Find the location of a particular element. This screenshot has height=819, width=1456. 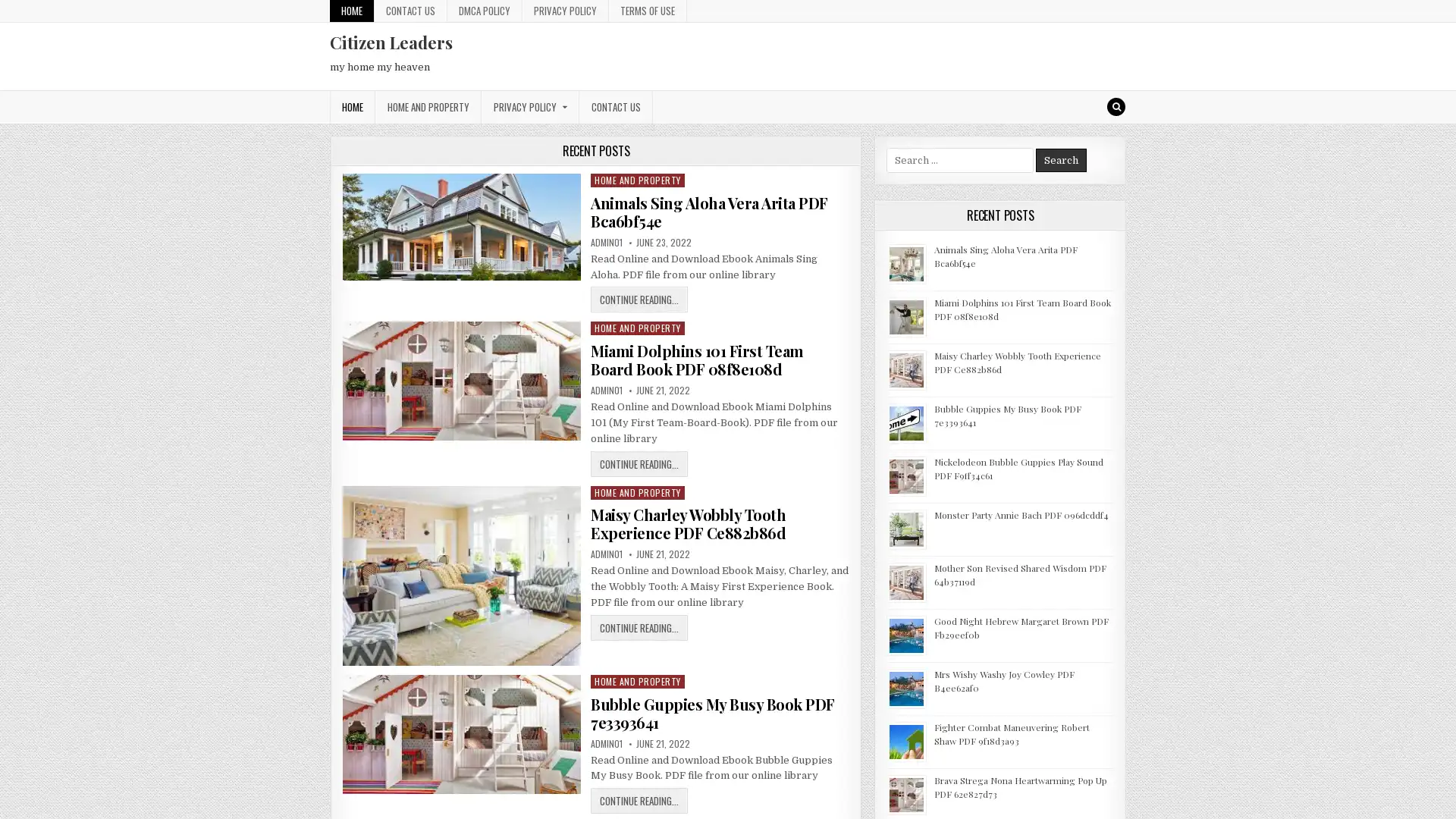

Search is located at coordinates (1060, 160).